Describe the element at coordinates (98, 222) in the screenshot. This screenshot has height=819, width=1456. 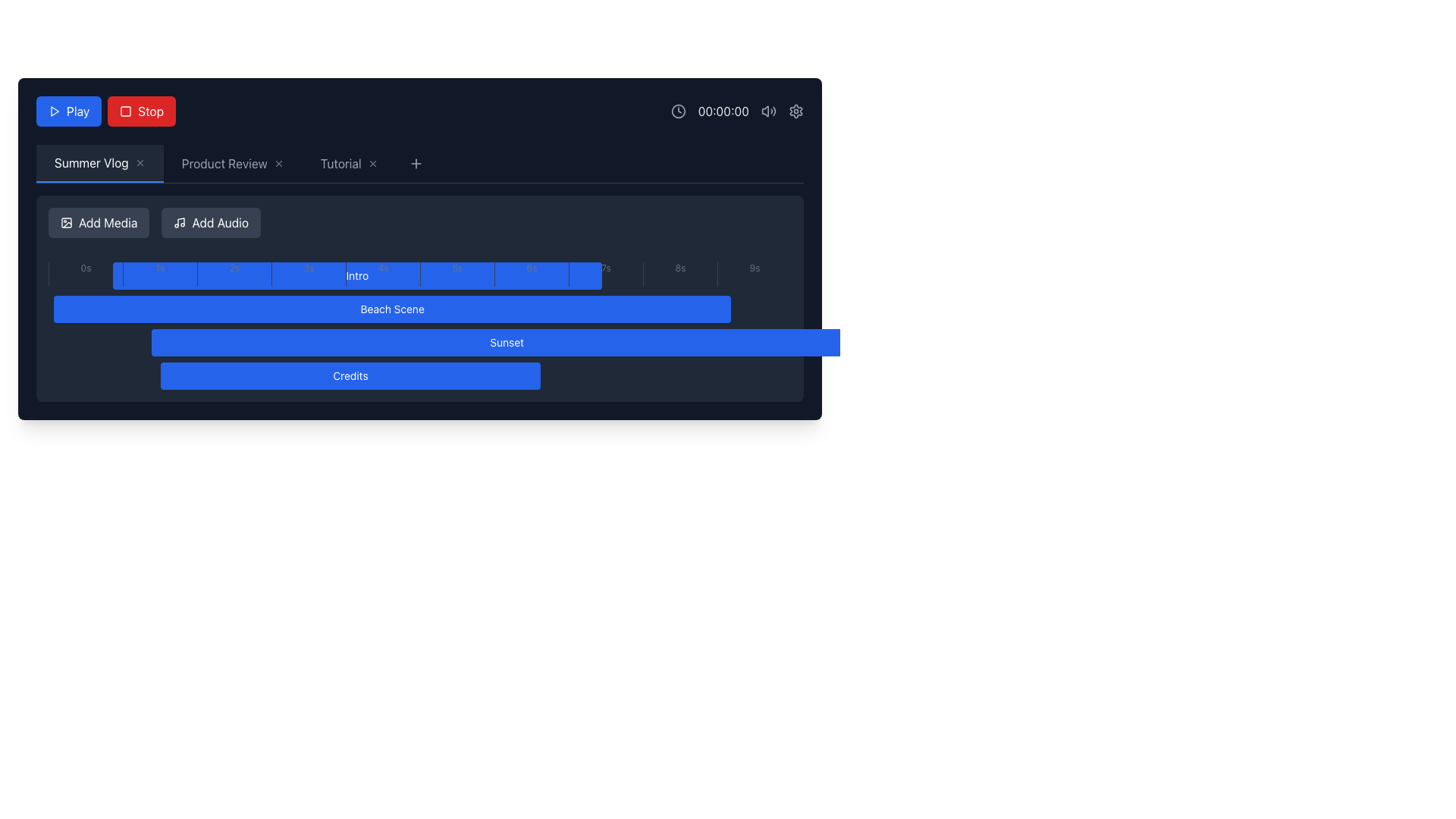
I see `the leftmost button in the toolbar that opens a dialog for adding media files to the project` at that location.